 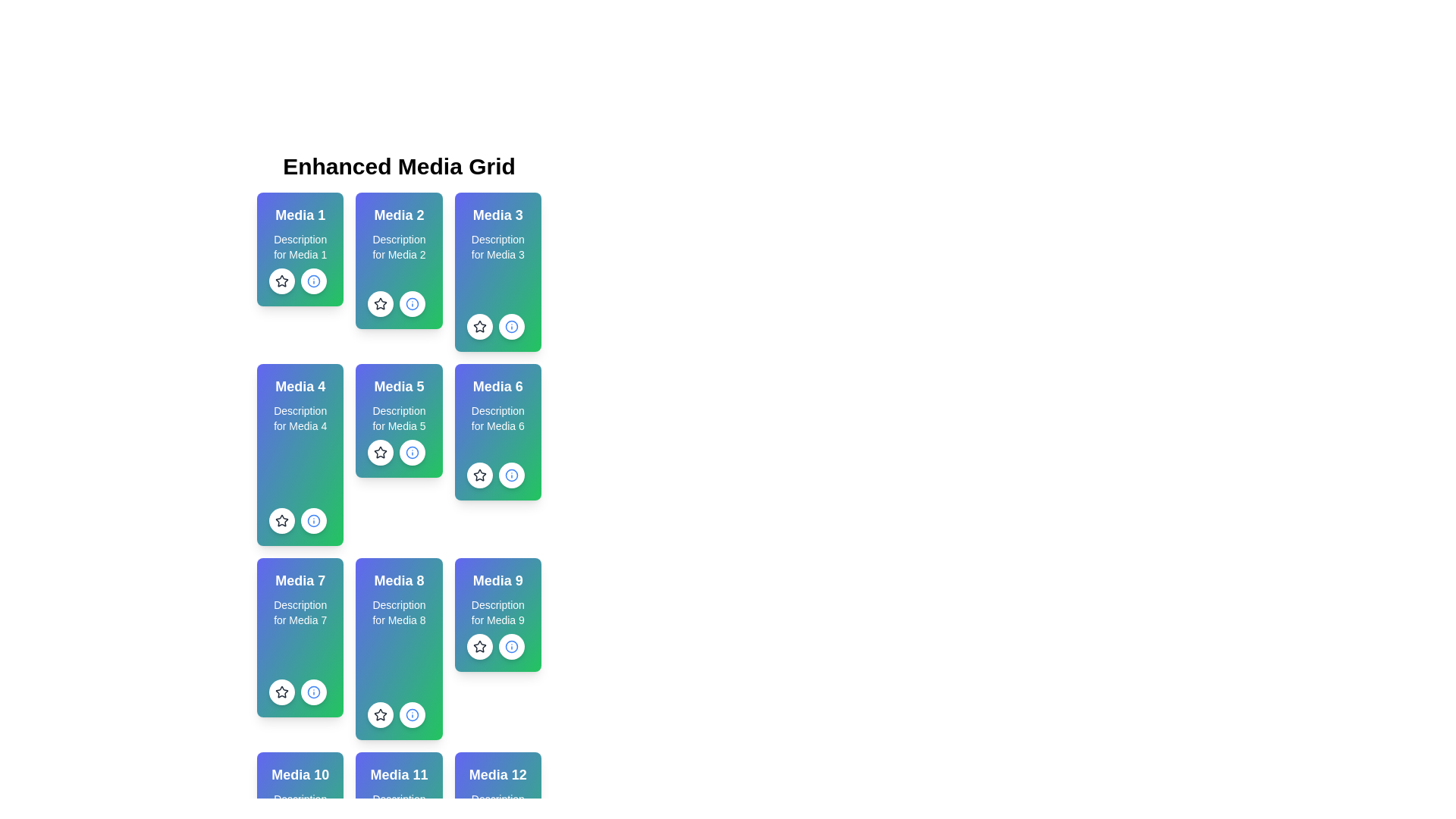 I want to click on the 'info' button located at the bottom right of the 'Media 6' card, so click(x=511, y=475).